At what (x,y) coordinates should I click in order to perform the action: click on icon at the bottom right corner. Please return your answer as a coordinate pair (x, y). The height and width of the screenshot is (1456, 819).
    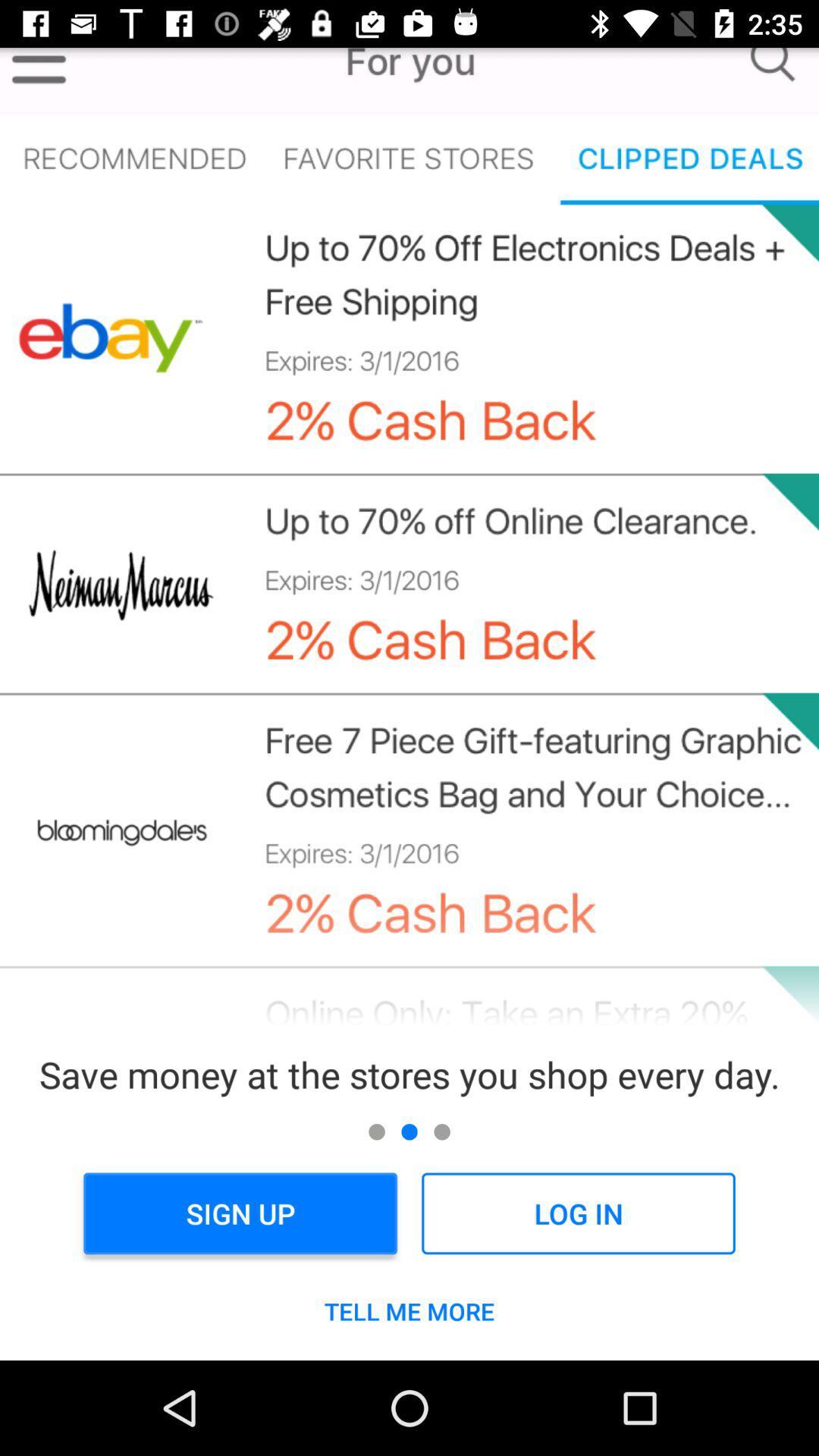
    Looking at the image, I should click on (578, 1213).